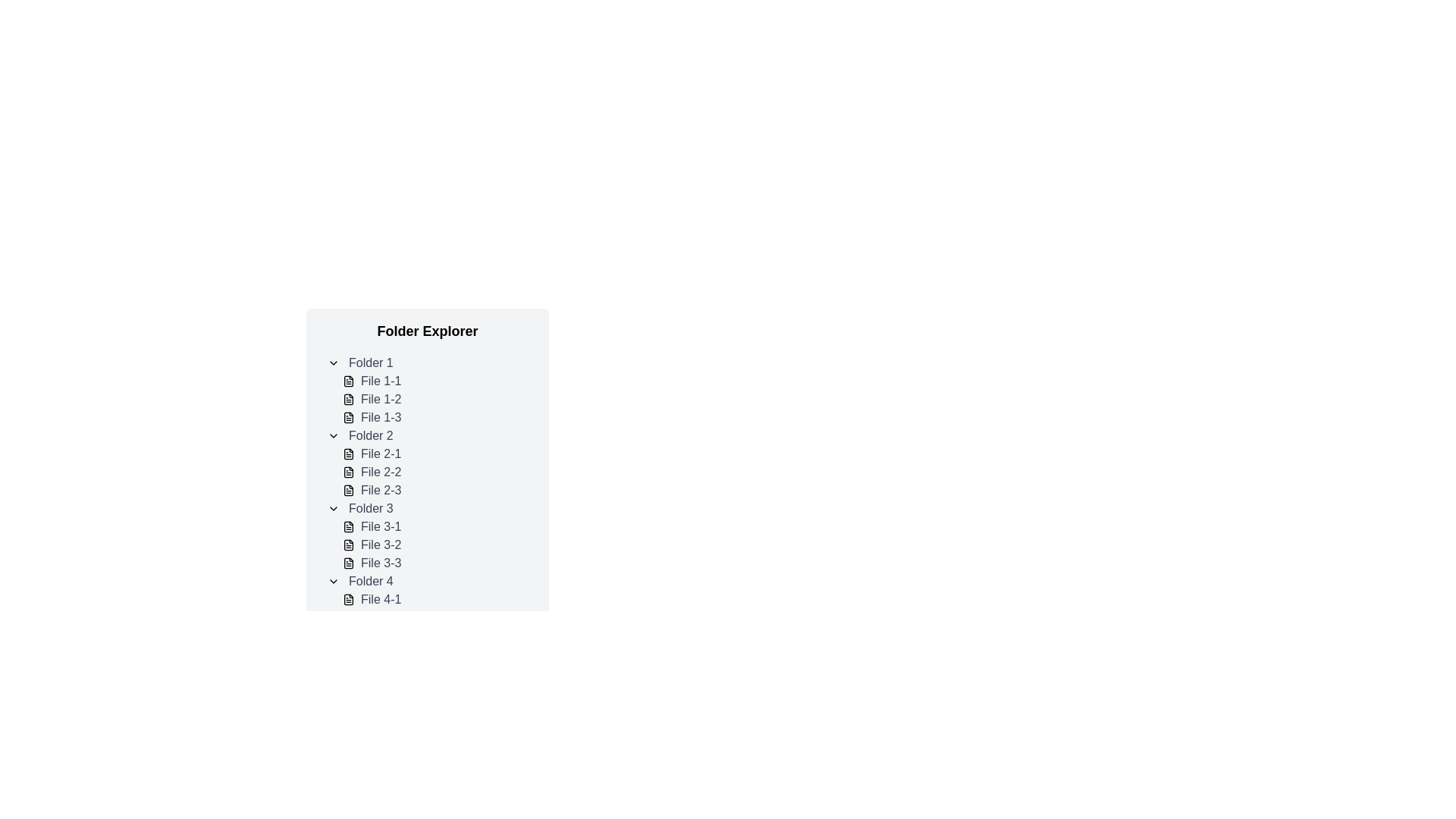 Image resolution: width=1456 pixels, height=819 pixels. What do you see at coordinates (439, 472) in the screenshot?
I see `the list item labeled 'File 2-2' within the folder explorer` at bounding box center [439, 472].